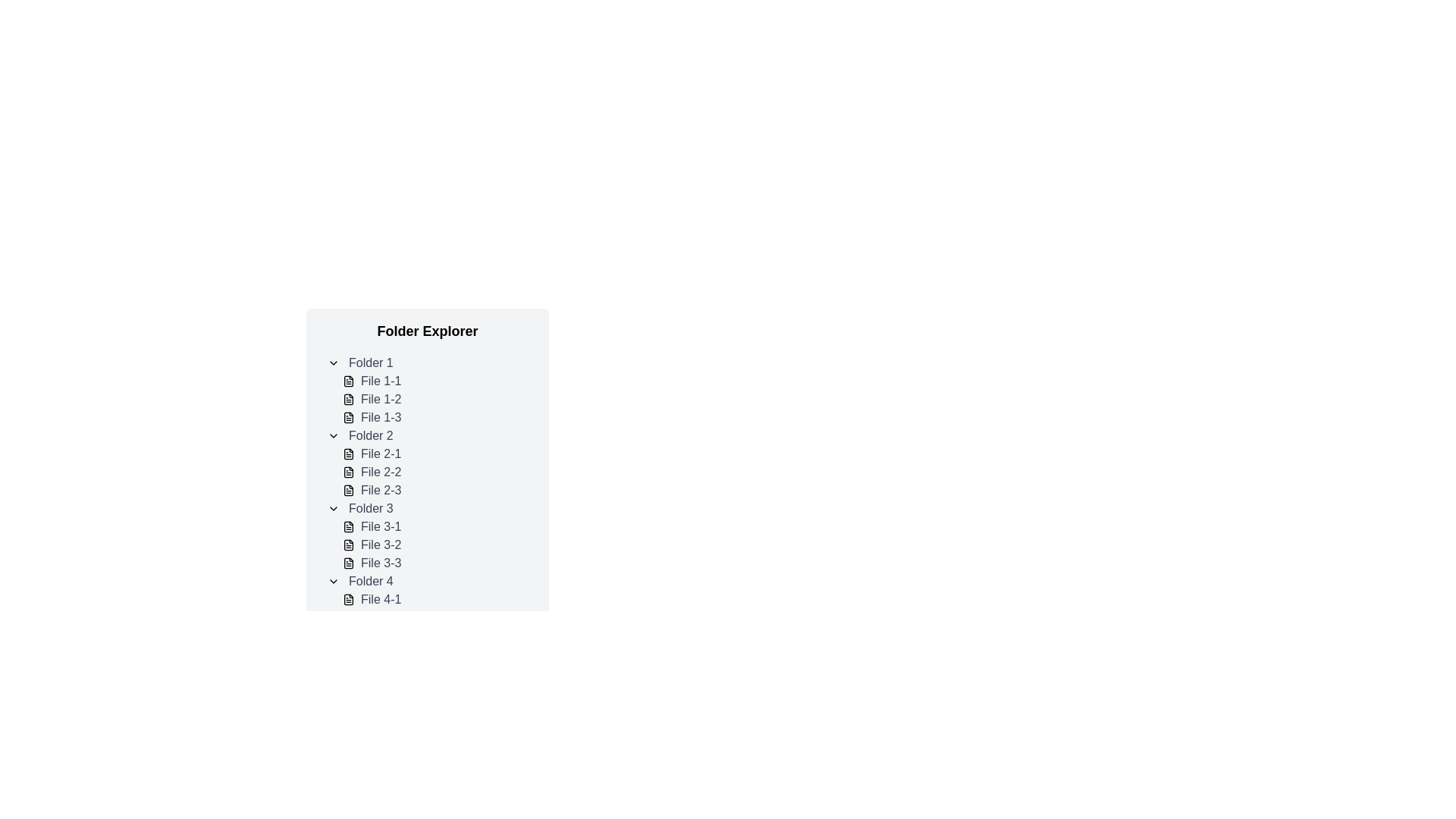 Image resolution: width=1456 pixels, height=819 pixels. What do you see at coordinates (439, 472) in the screenshot?
I see `the list item labeled 'File 2-2' within the folder explorer` at bounding box center [439, 472].